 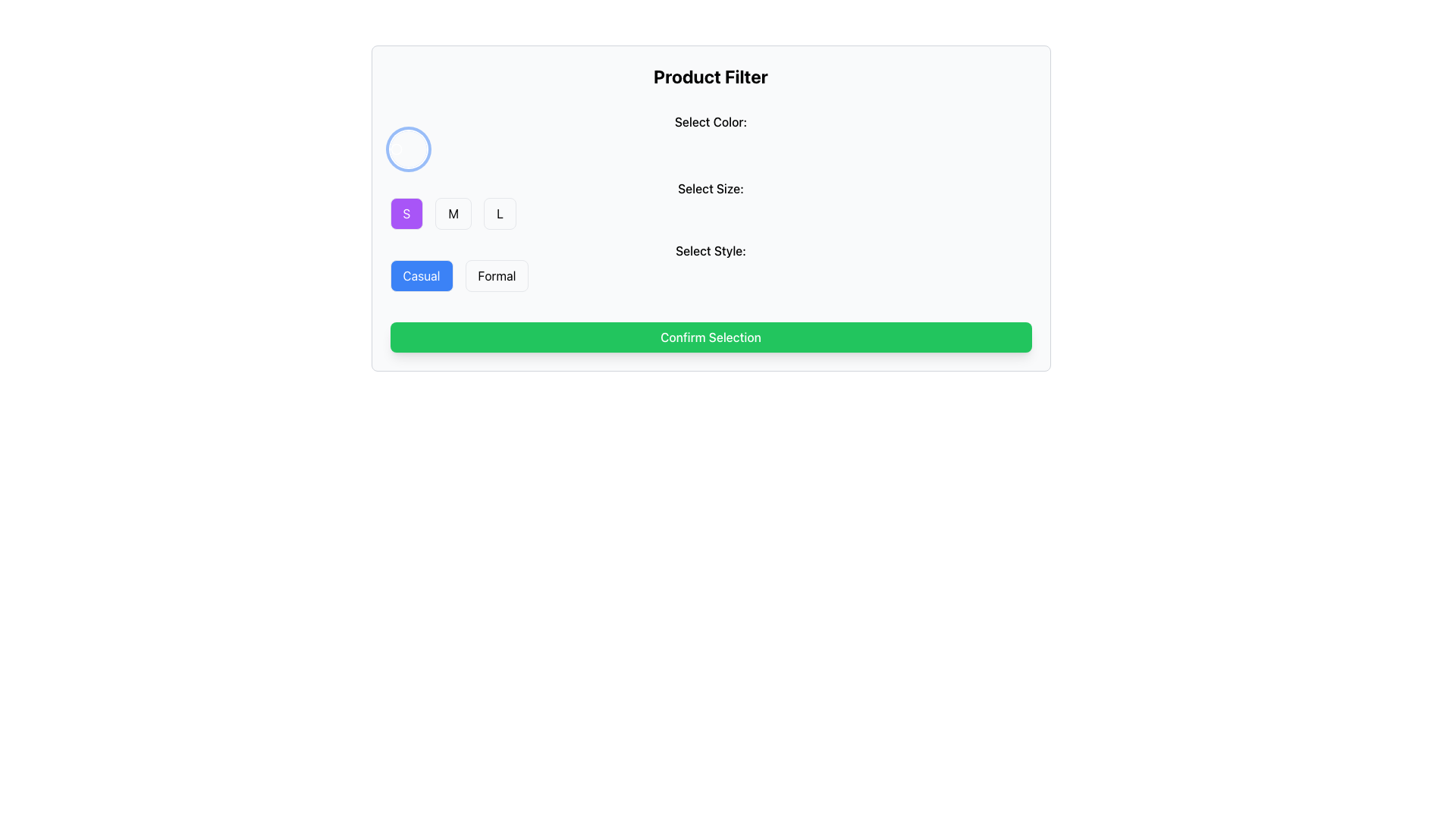 I want to click on the fifth green circular button with shadow effects, so click(x=505, y=149).